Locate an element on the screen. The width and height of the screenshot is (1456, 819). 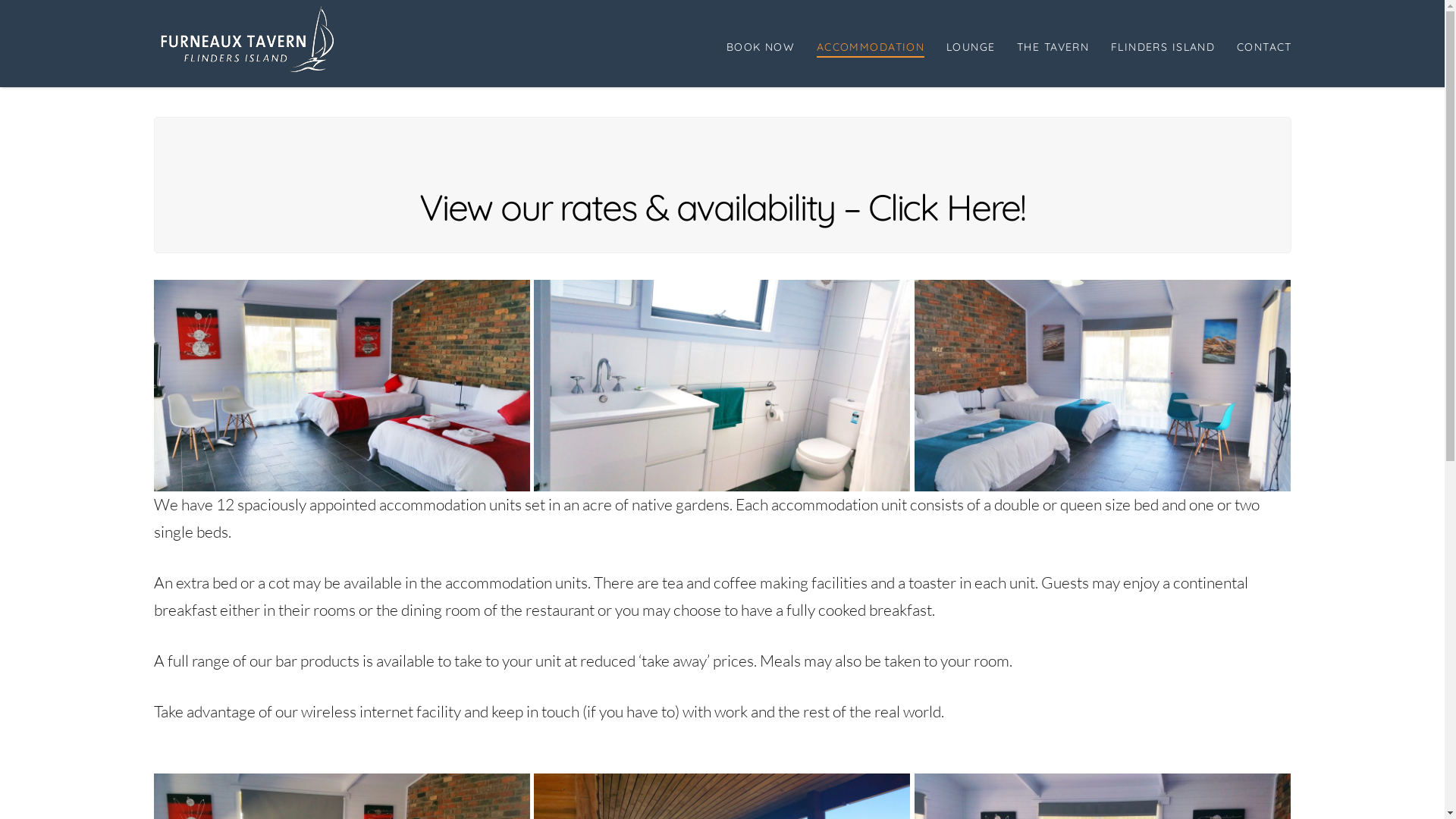
'Triple Room' is located at coordinates (340, 384).